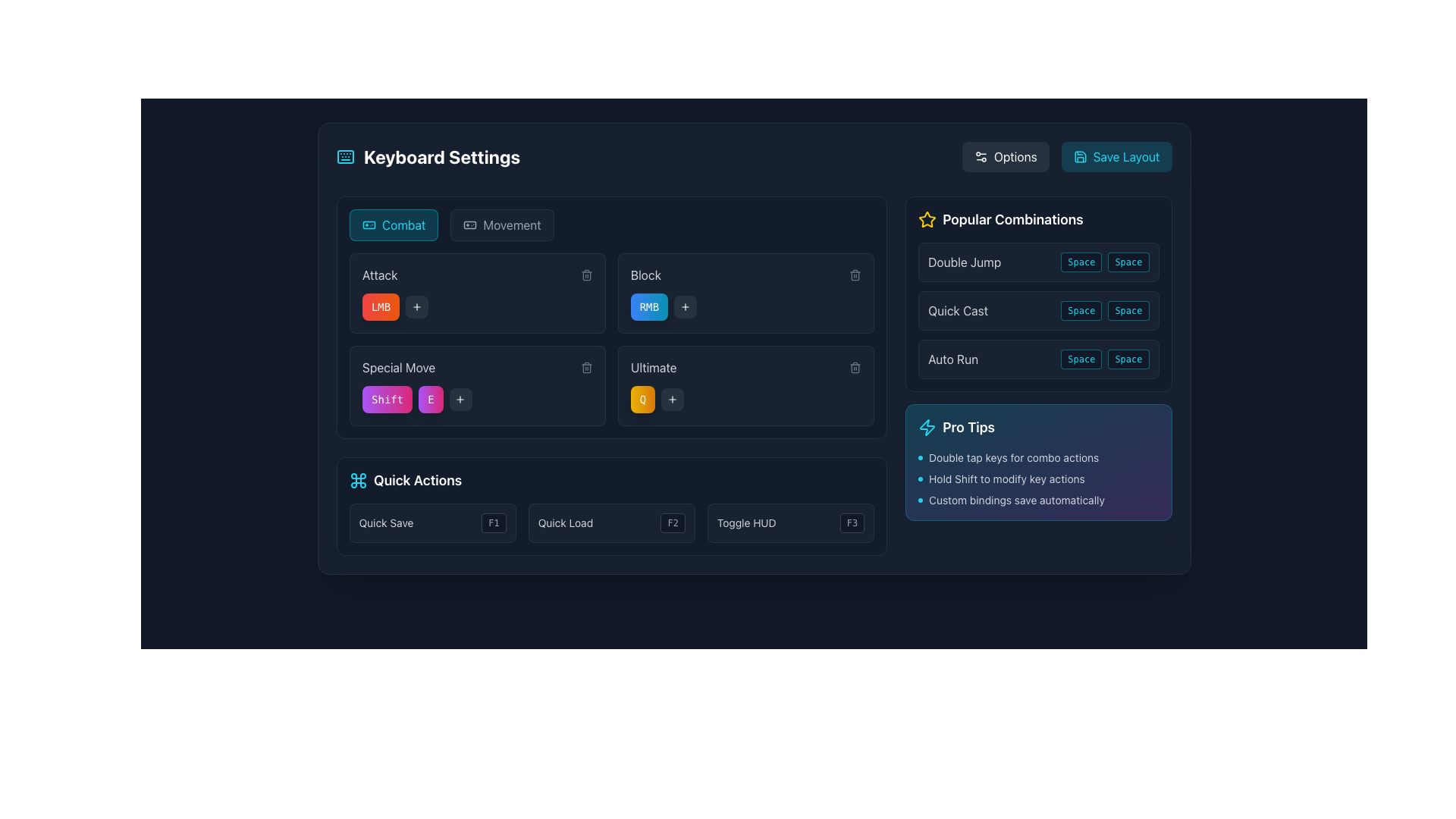 The height and width of the screenshot is (819, 1456). Describe the element at coordinates (685, 307) in the screenshot. I see `the button to the right of the 'RMB' button in the 'Block' section under the 'Combat' category to observe tooltip or visual feedback` at that location.